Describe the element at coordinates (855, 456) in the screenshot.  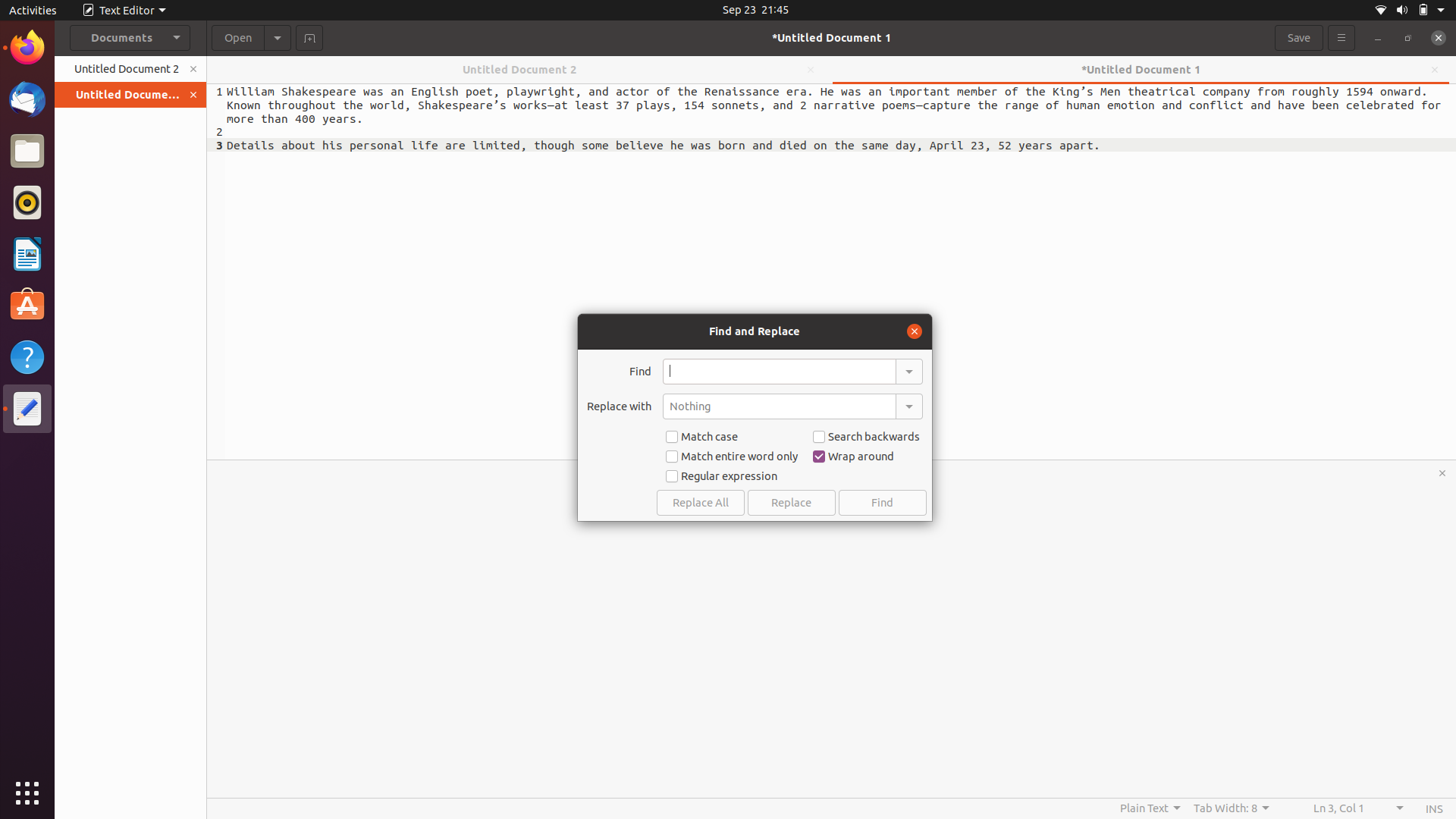
I see `Disable the wrap around feature from find replace bar` at that location.